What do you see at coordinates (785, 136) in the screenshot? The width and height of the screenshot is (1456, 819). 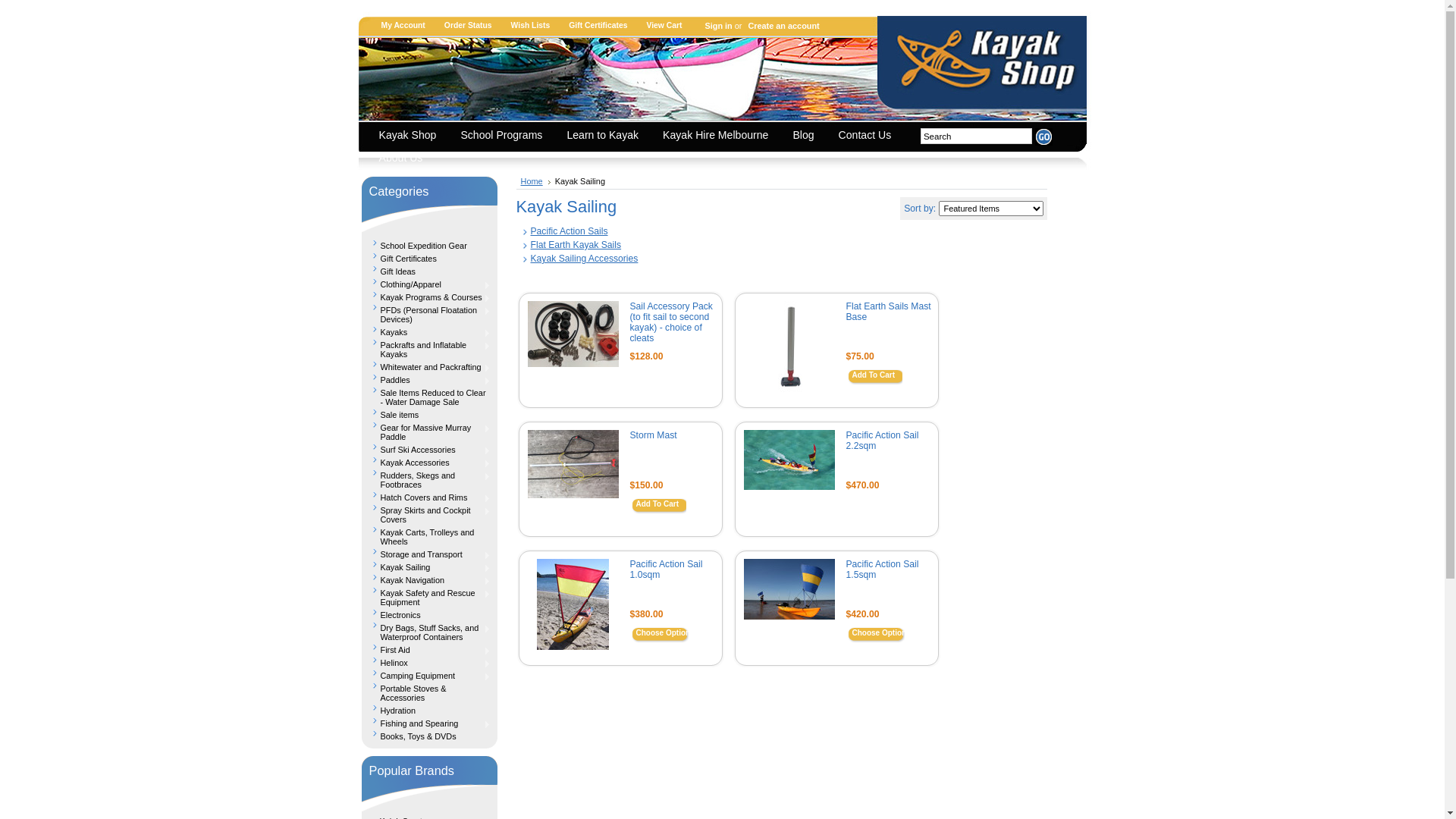 I see `'Blog'` at bounding box center [785, 136].